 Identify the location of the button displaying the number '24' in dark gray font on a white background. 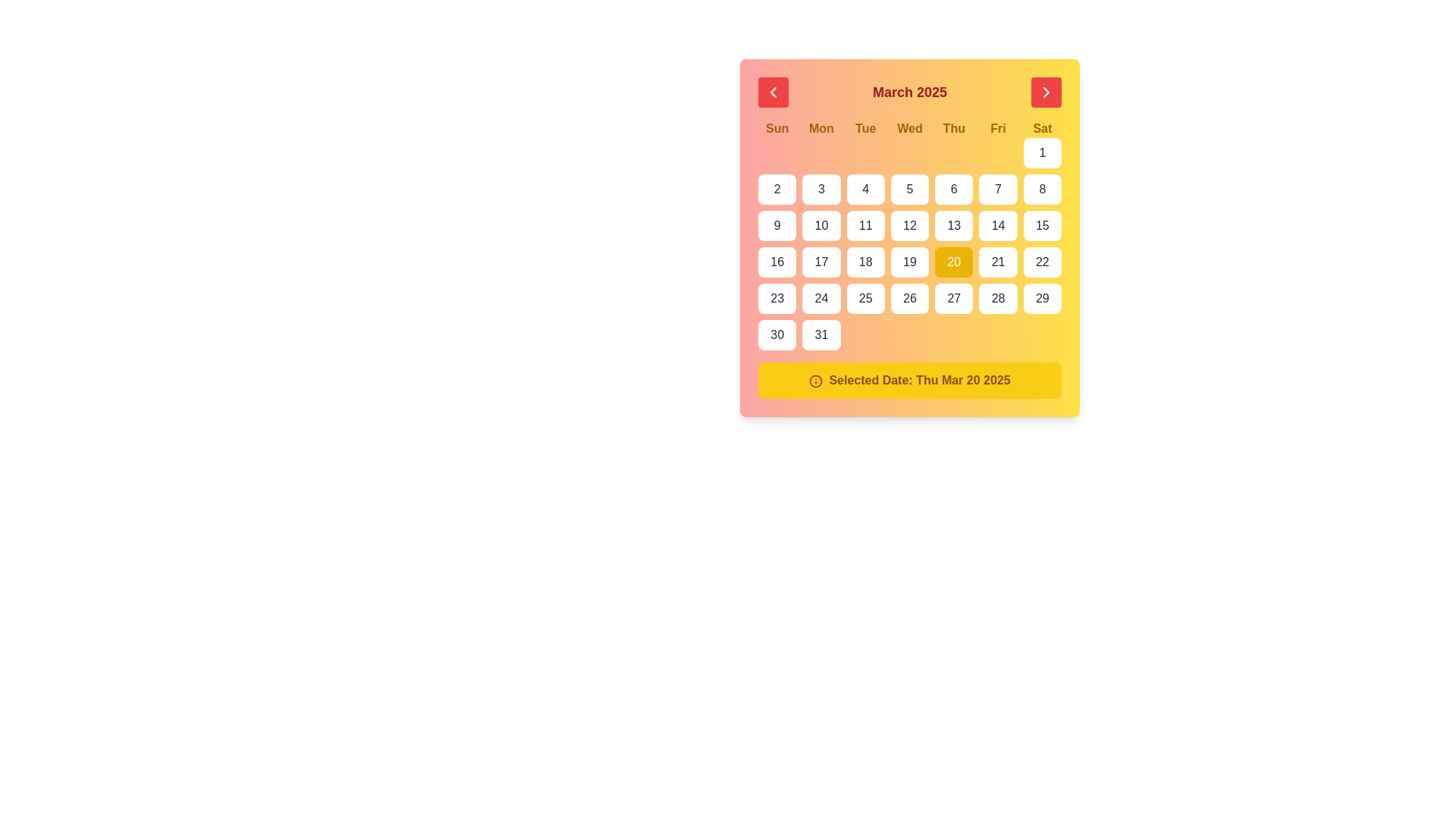
(821, 298).